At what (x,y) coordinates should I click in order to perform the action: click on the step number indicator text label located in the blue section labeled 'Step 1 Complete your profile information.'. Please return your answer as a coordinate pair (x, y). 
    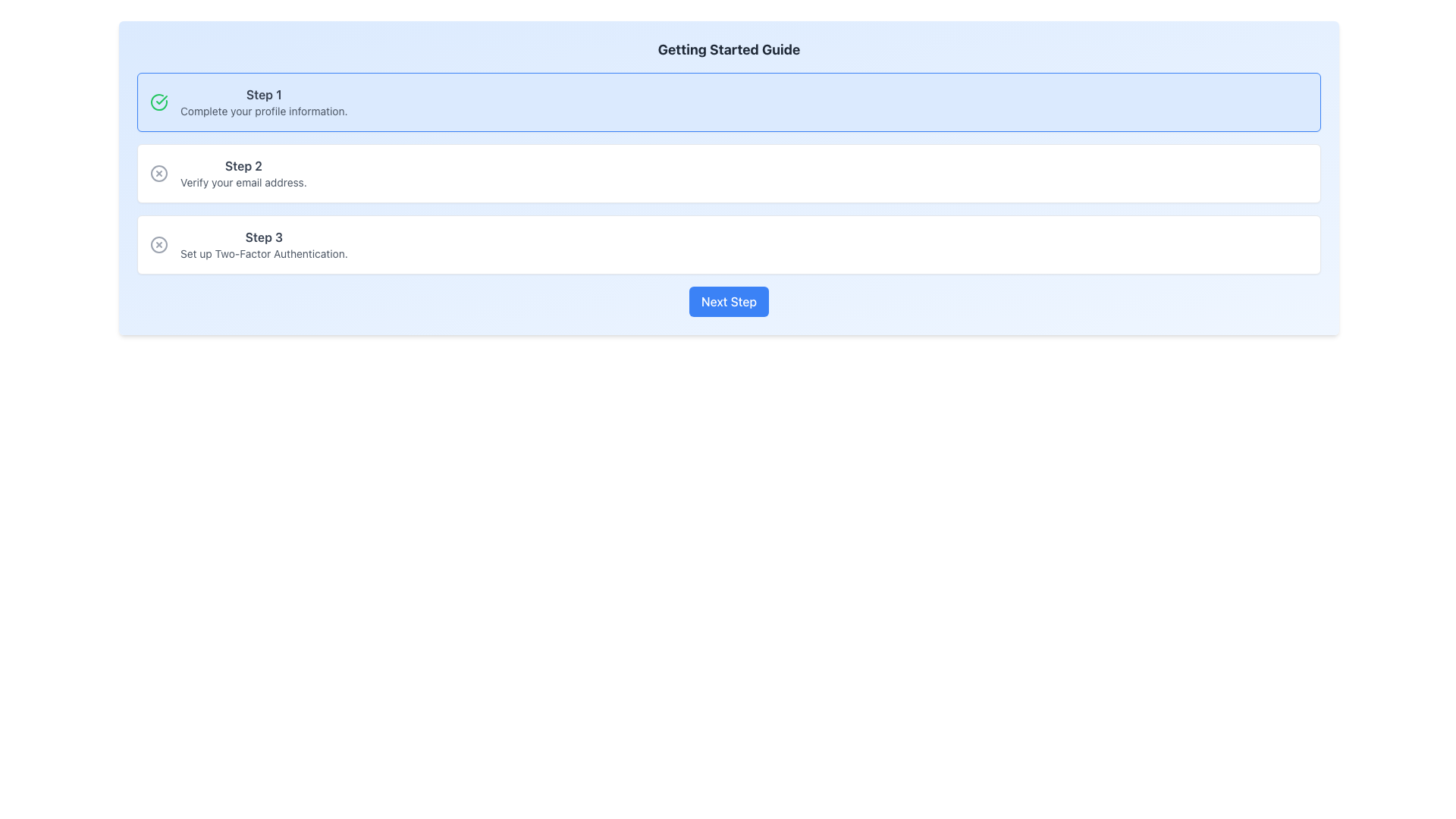
    Looking at the image, I should click on (264, 94).